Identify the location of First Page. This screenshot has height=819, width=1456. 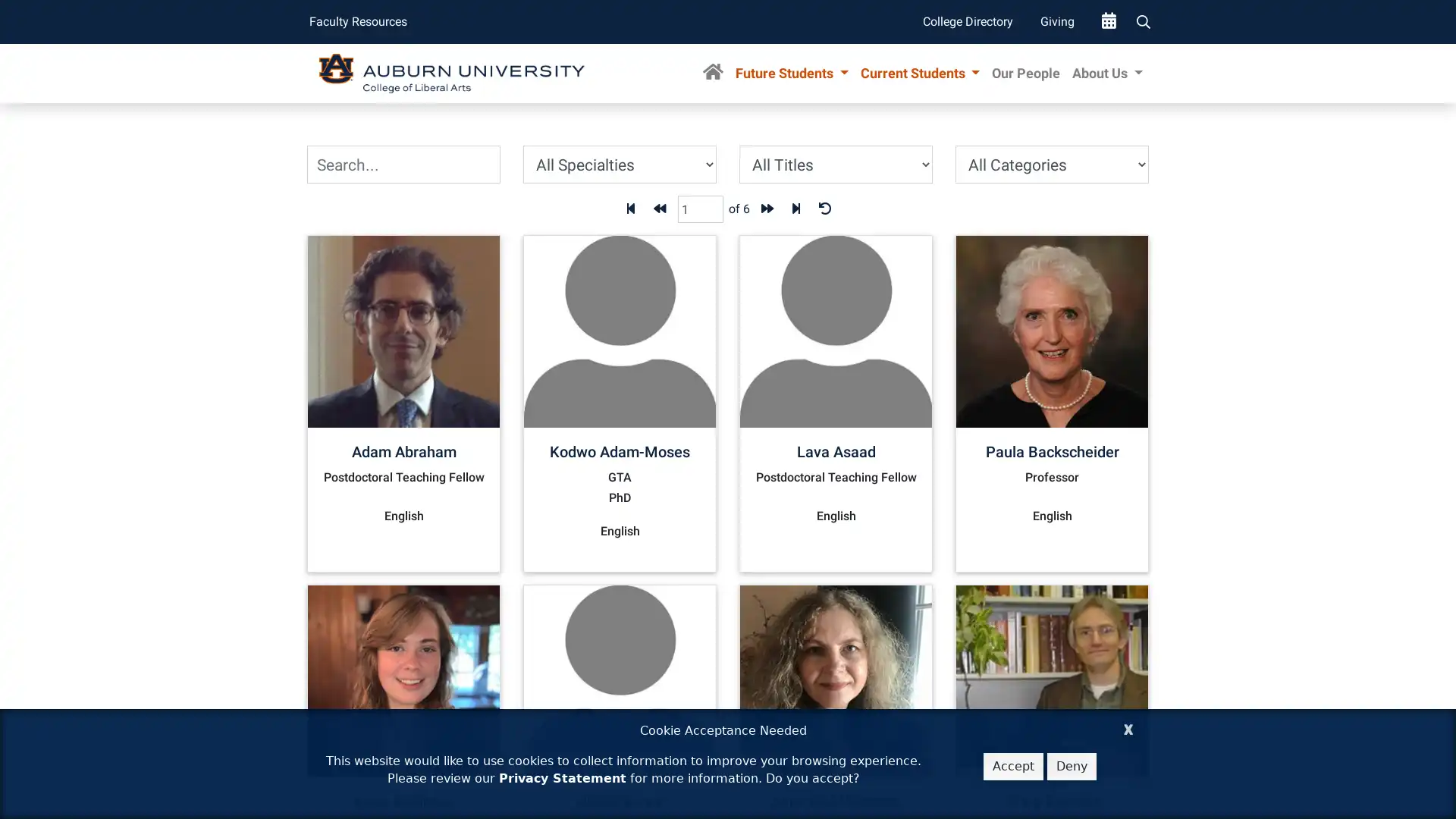
(629, 209).